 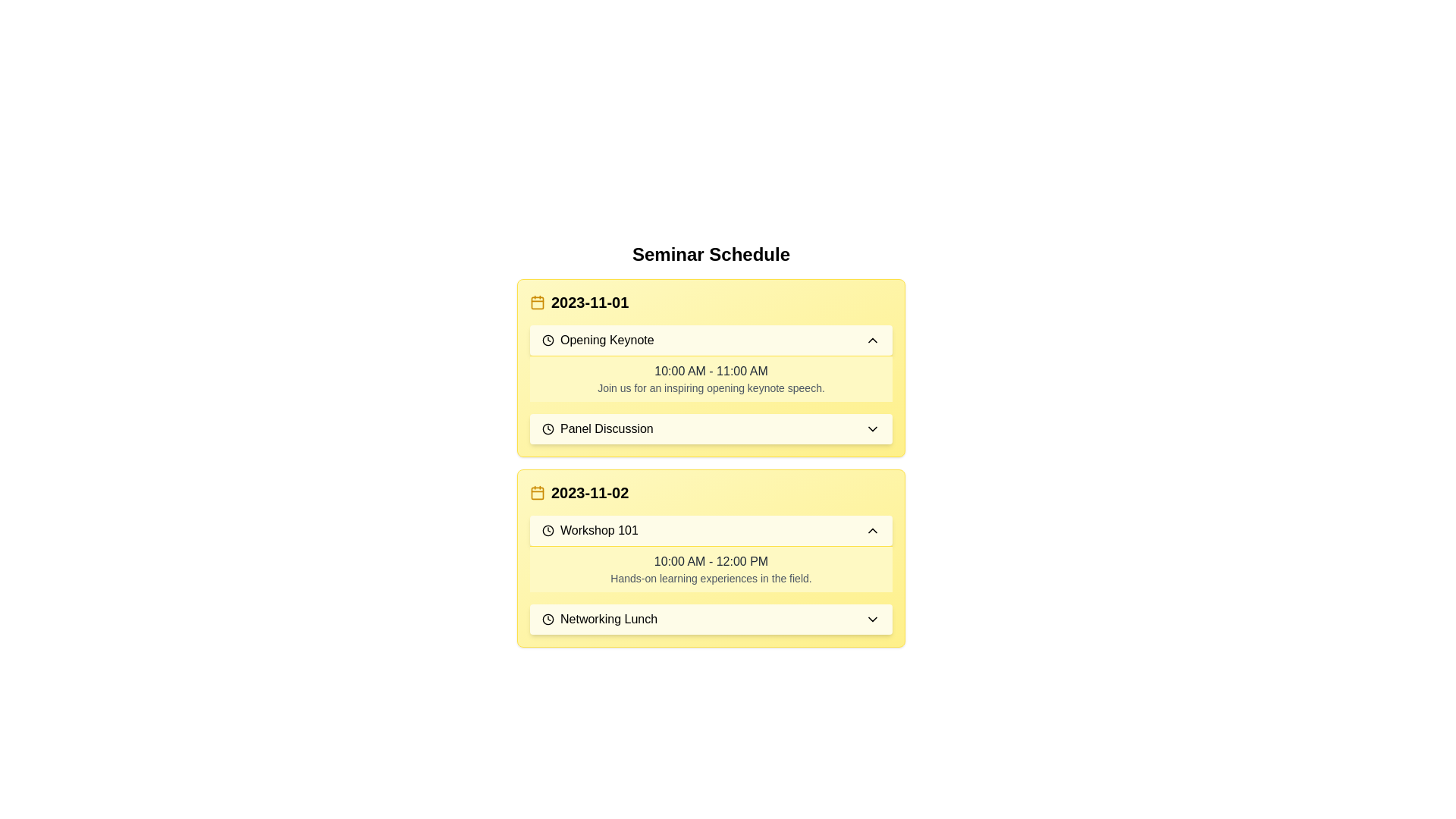 I want to click on the date-related icon located on the upper left-hand side of the date heading '2023-11-01' within the yellow highlighted block, so click(x=538, y=302).